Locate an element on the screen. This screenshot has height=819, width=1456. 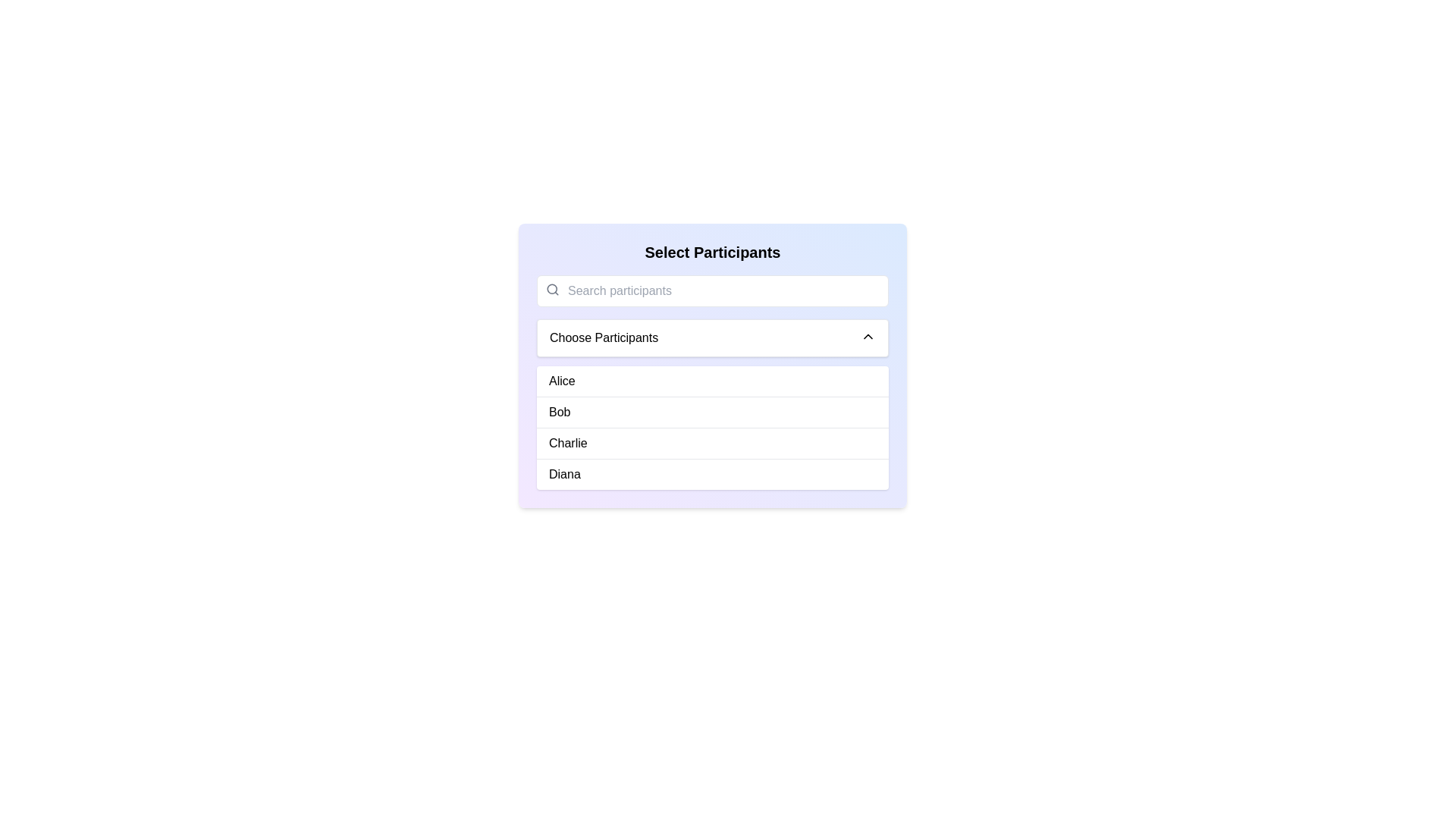
the text label displaying the name 'Bob', which is the second item in a vertical list under the heading 'Choose Participants' is located at coordinates (559, 412).